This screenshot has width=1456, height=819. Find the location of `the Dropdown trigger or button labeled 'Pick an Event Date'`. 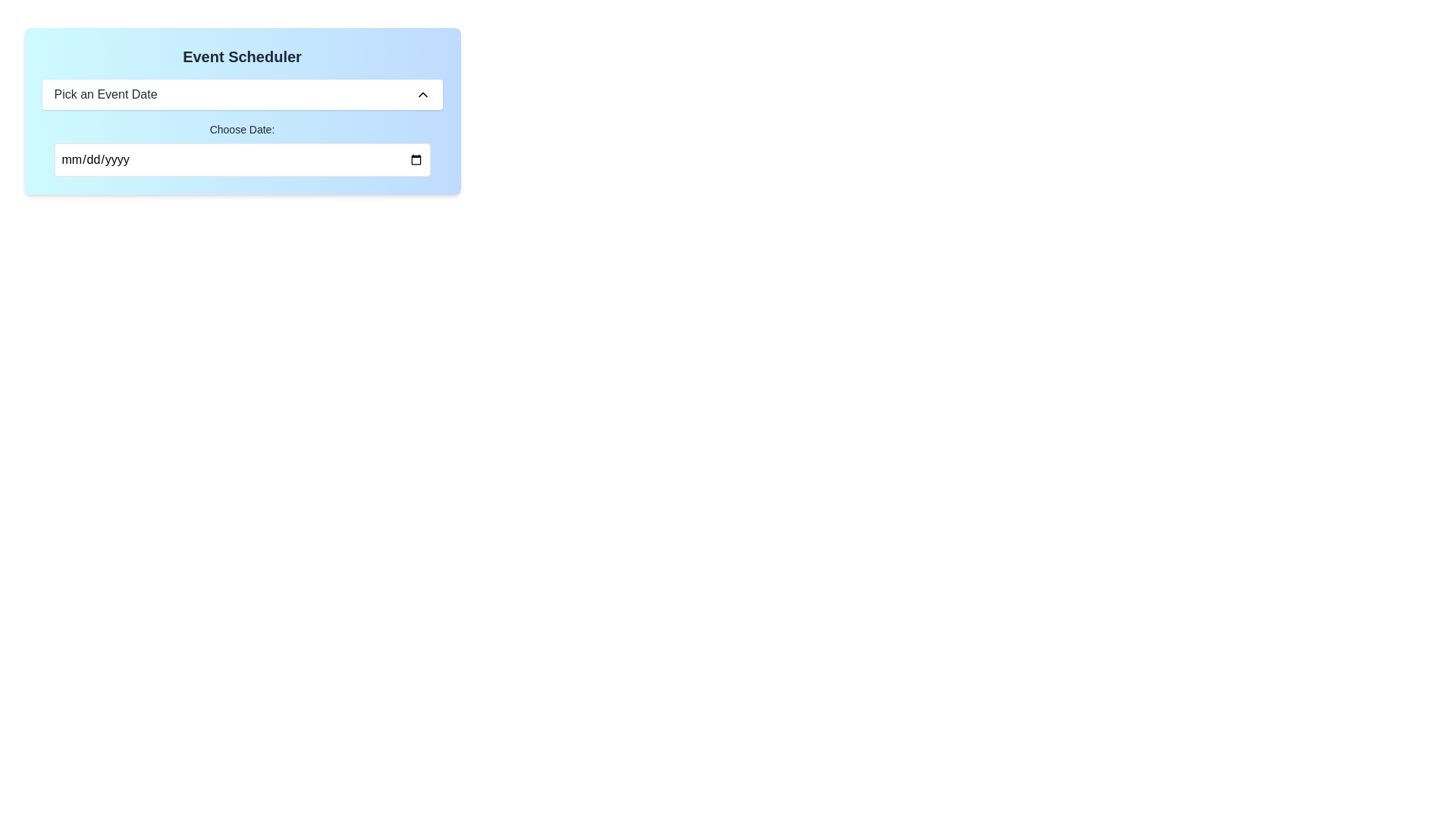

the Dropdown trigger or button labeled 'Pick an Event Date' is located at coordinates (241, 94).